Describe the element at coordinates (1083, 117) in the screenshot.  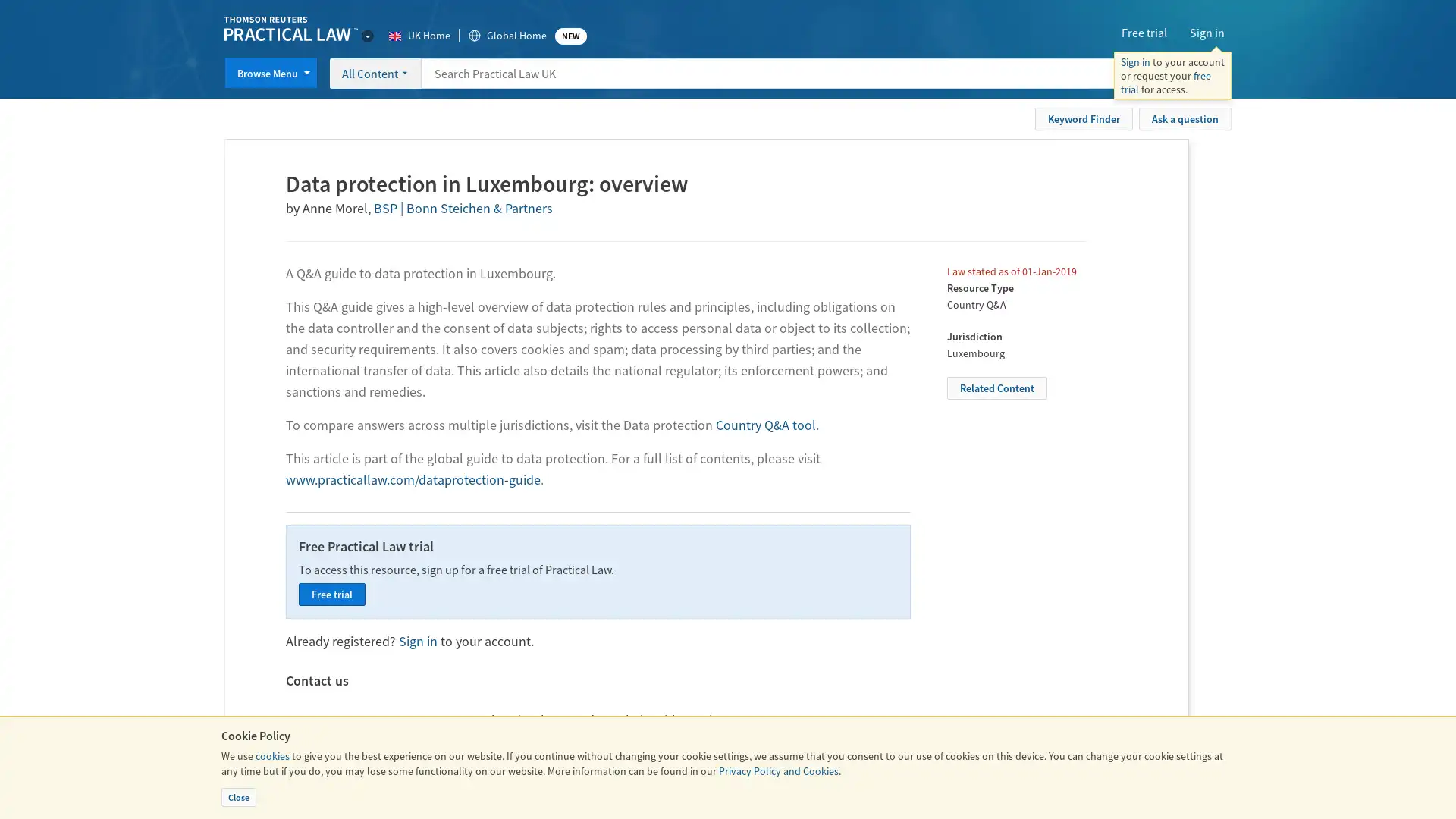
I see `Keyword Finder` at that location.